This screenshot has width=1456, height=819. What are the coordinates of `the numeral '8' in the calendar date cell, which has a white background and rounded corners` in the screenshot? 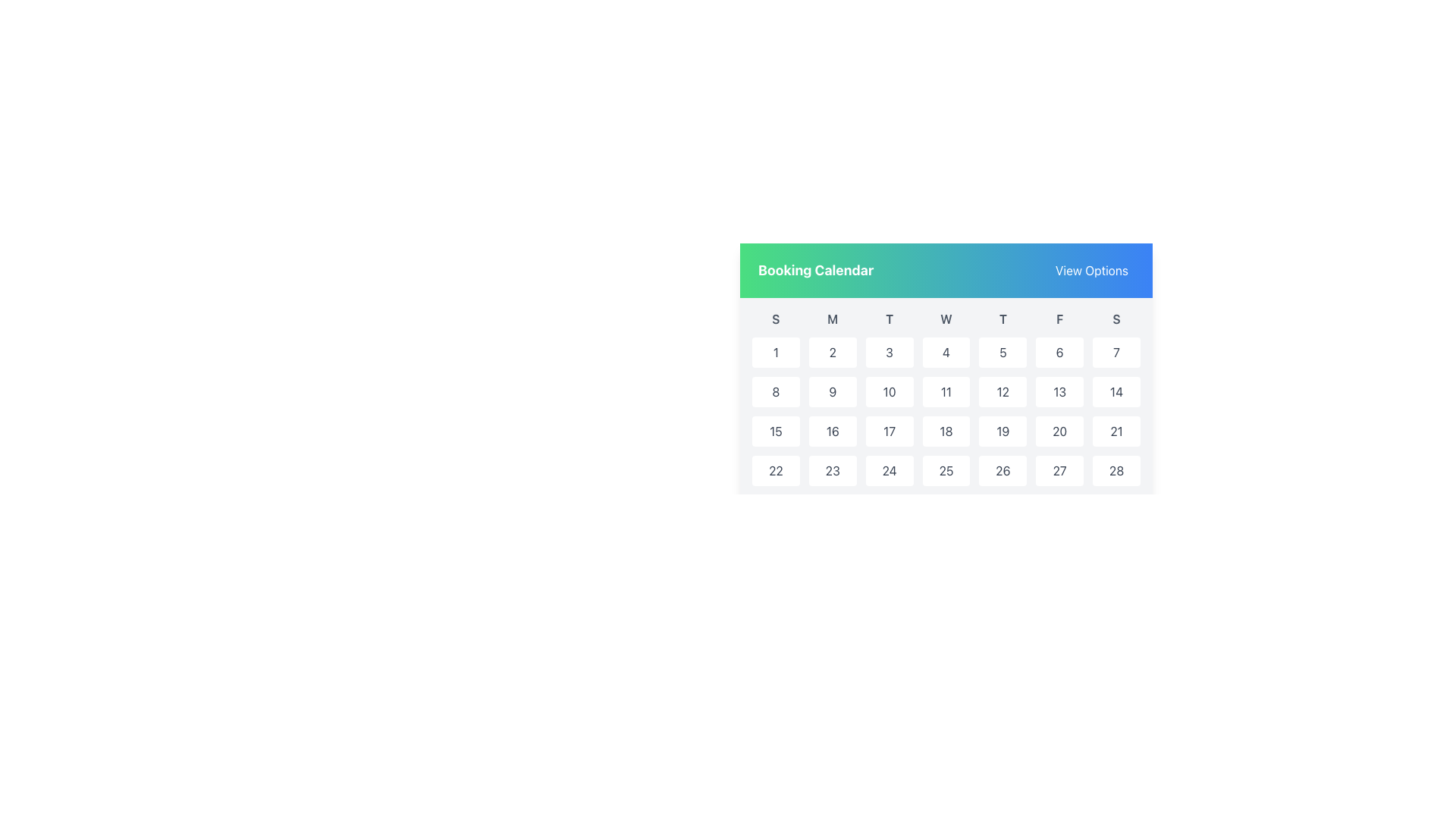 It's located at (776, 391).